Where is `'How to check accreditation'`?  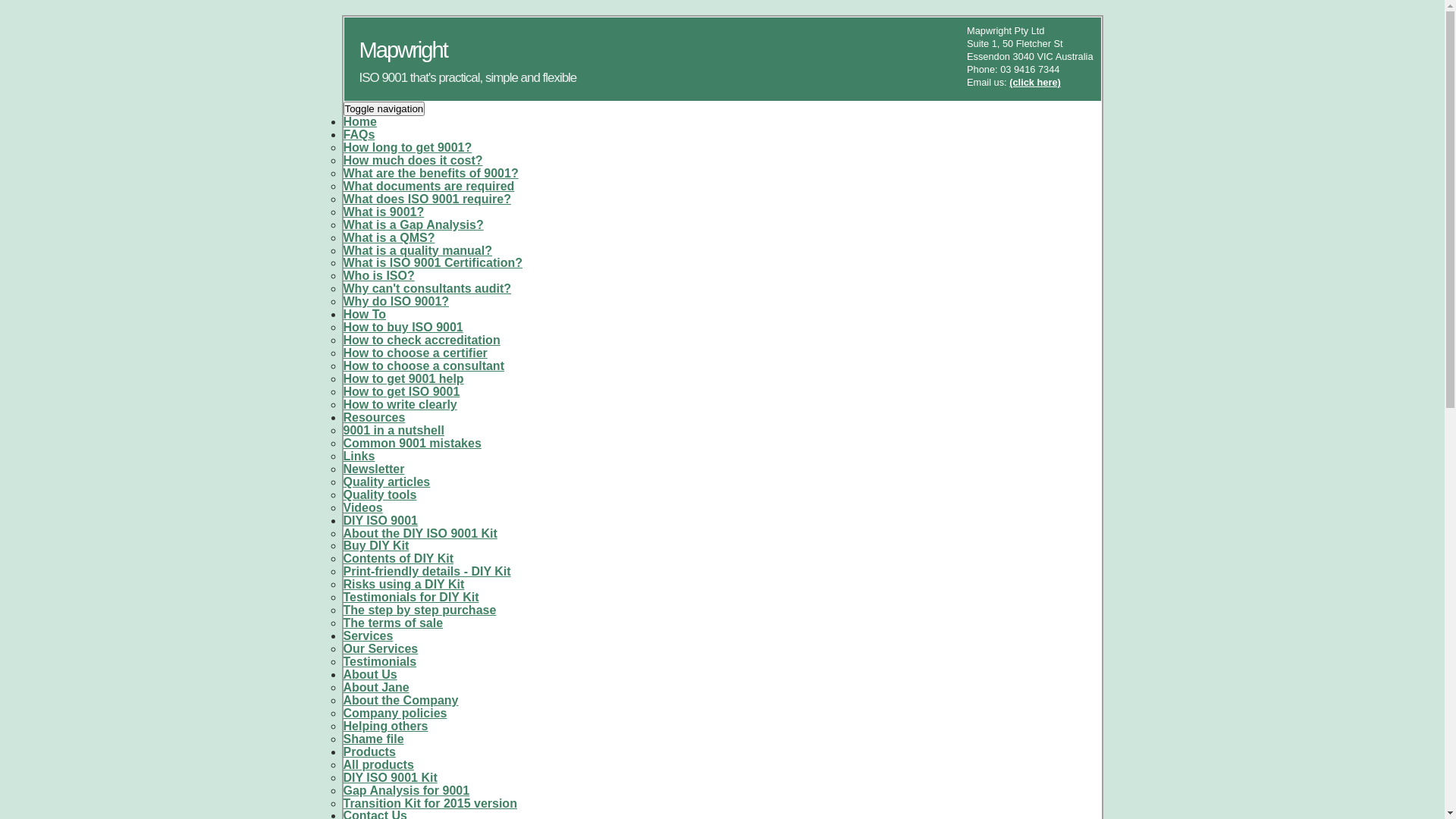 'How to check accreditation' is located at coordinates (421, 339).